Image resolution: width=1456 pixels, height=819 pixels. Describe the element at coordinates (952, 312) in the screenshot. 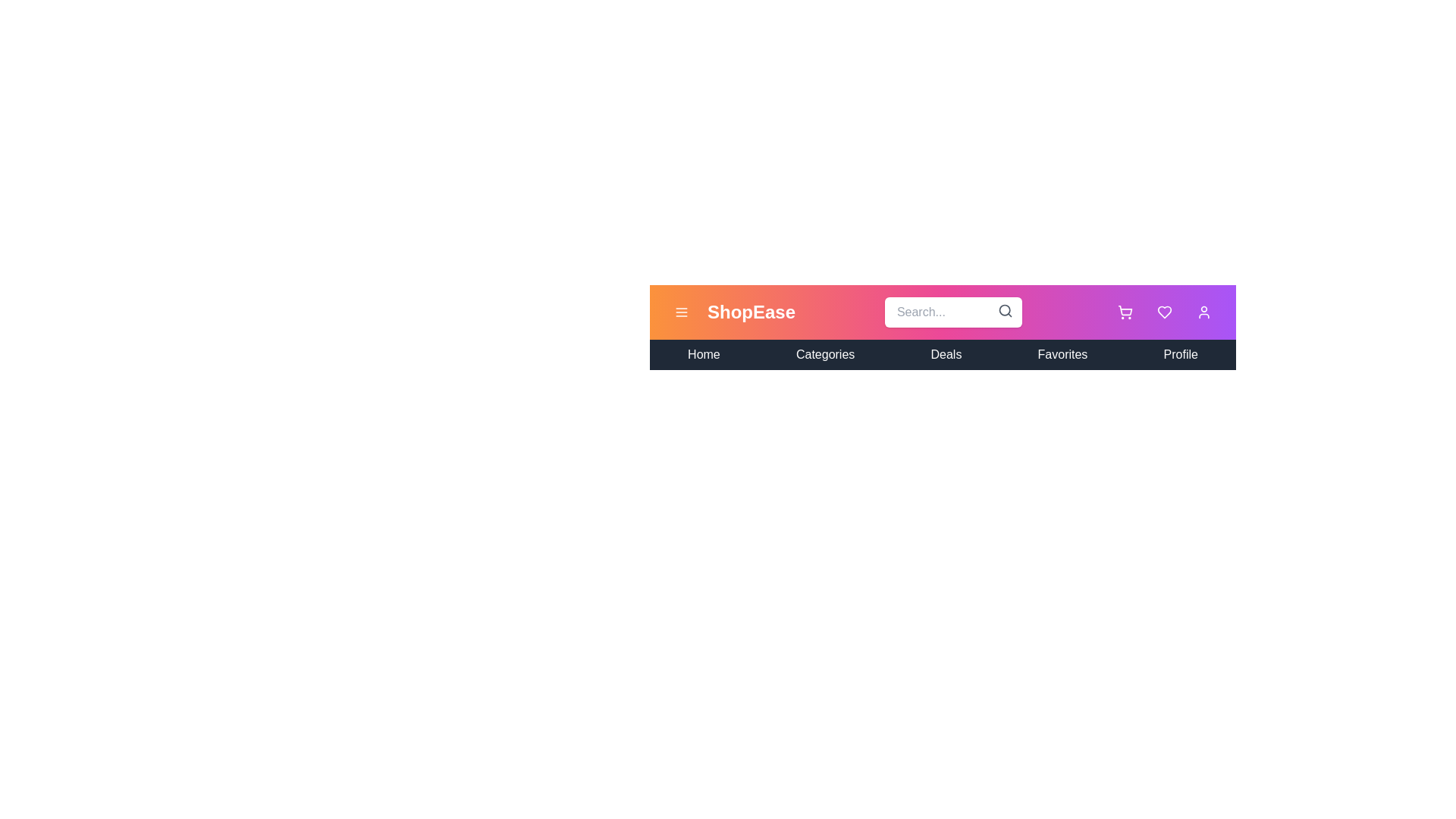

I see `the search bar and type the search term` at that location.